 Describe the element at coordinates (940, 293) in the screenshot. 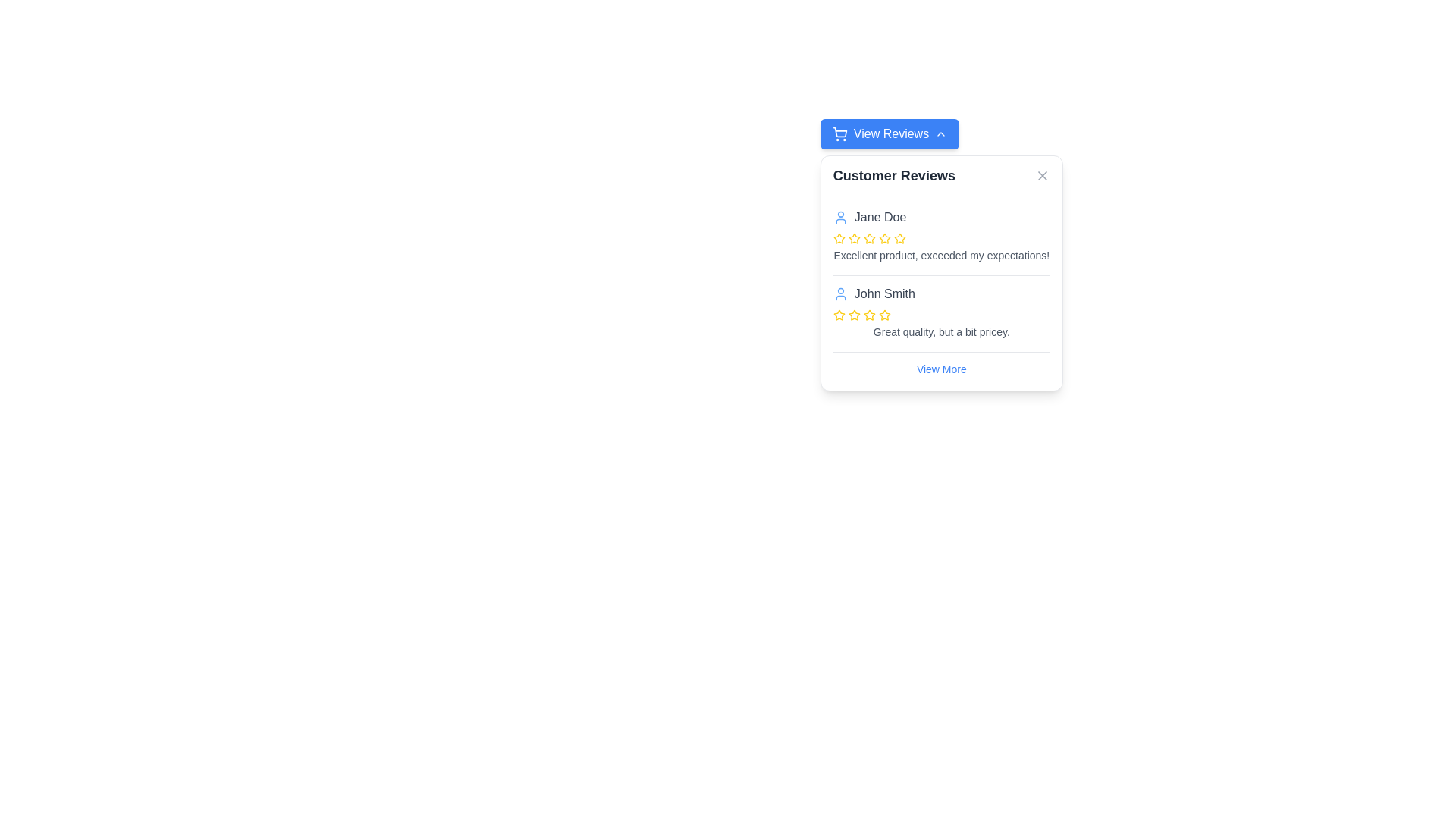

I see `the user reviews in the Review List, which includes ratings and comments from users such as 'Jane Doe' and 'John Smith'` at that location.